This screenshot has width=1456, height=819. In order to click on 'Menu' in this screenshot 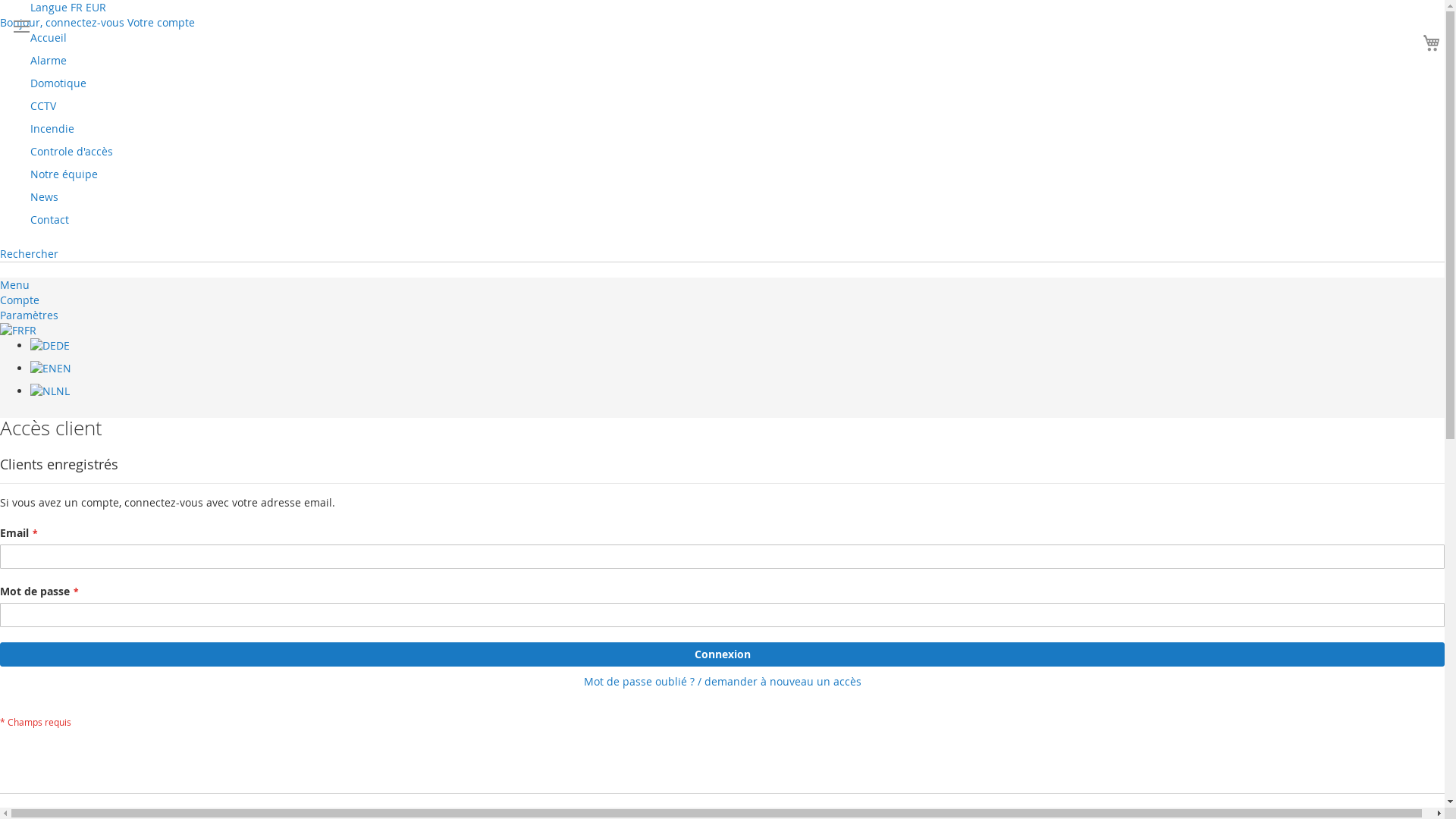, I will do `click(0, 284)`.